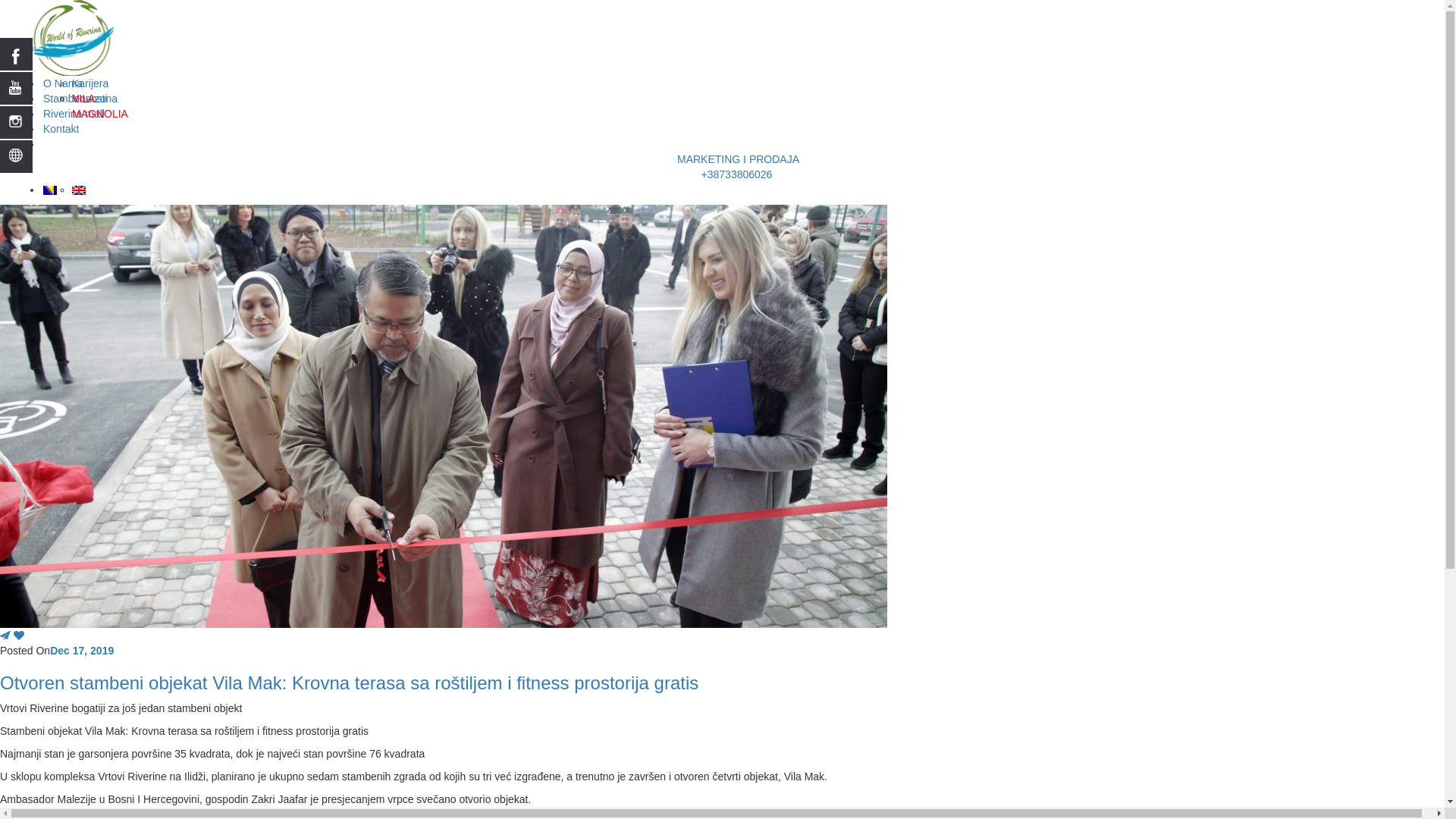 The height and width of the screenshot is (819, 1456). I want to click on 'Dec 17, 2019', so click(81, 649).